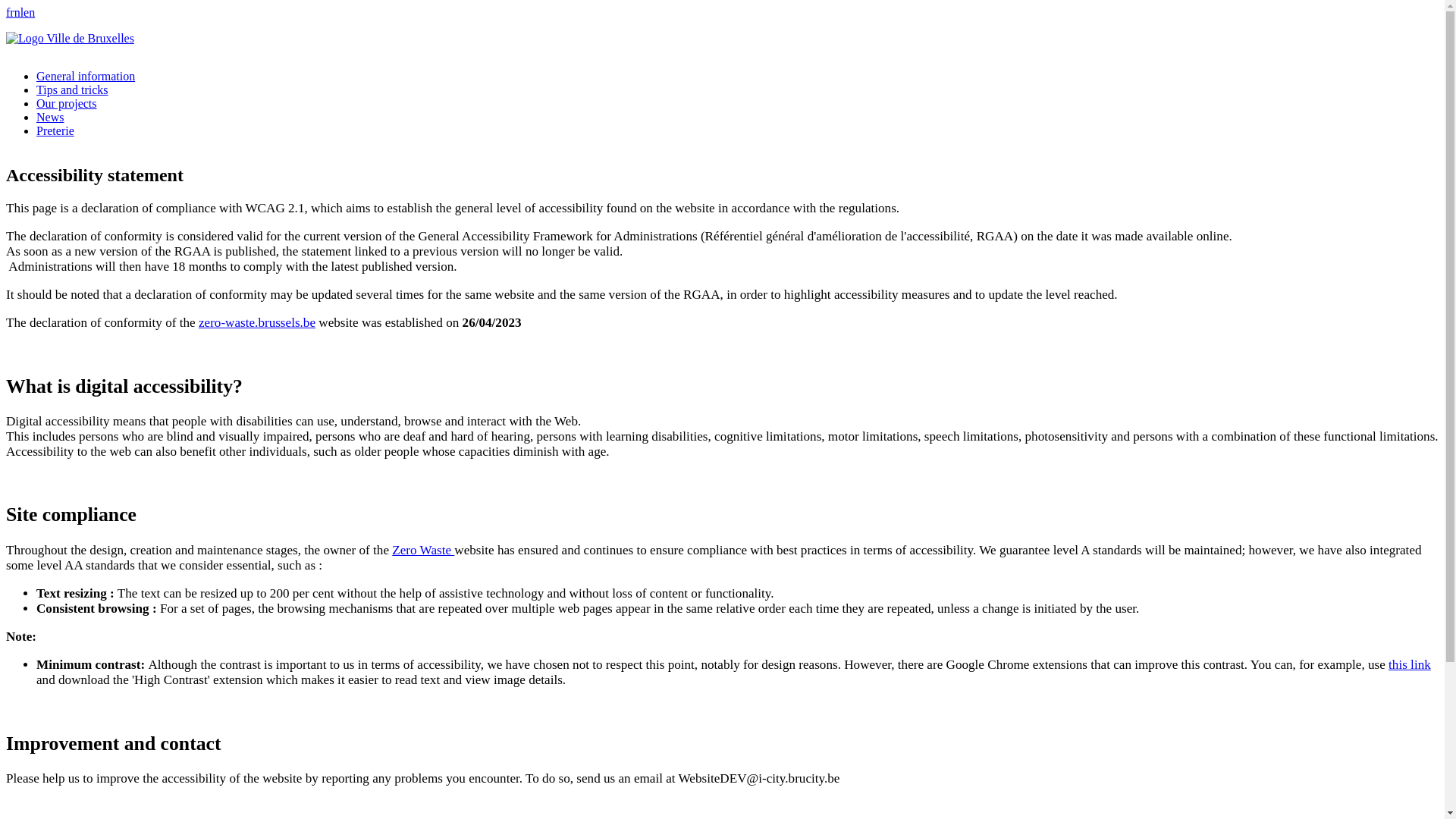 Image resolution: width=1456 pixels, height=819 pixels. Describe the element at coordinates (36, 76) in the screenshot. I see `'General information'` at that location.